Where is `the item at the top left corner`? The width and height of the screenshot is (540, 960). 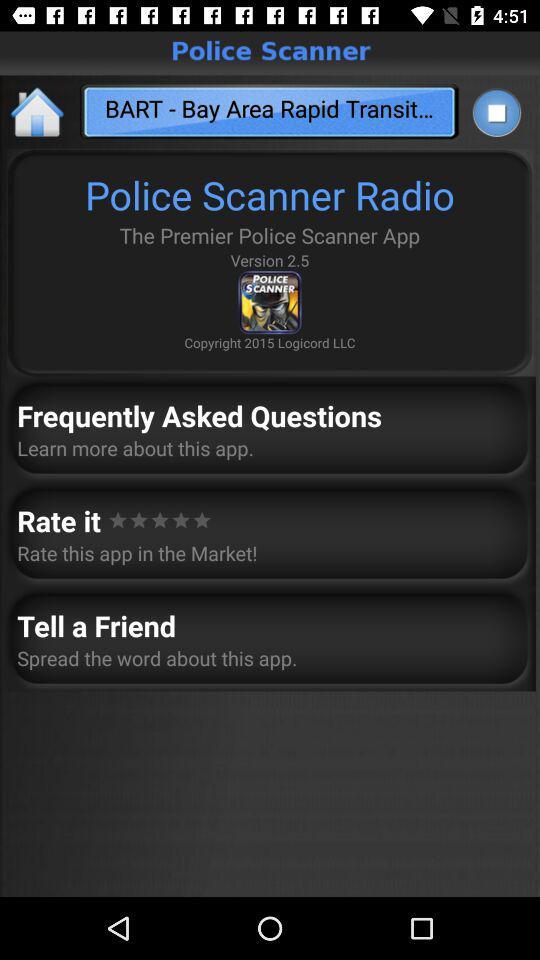
the item at the top left corner is located at coordinates (38, 111).